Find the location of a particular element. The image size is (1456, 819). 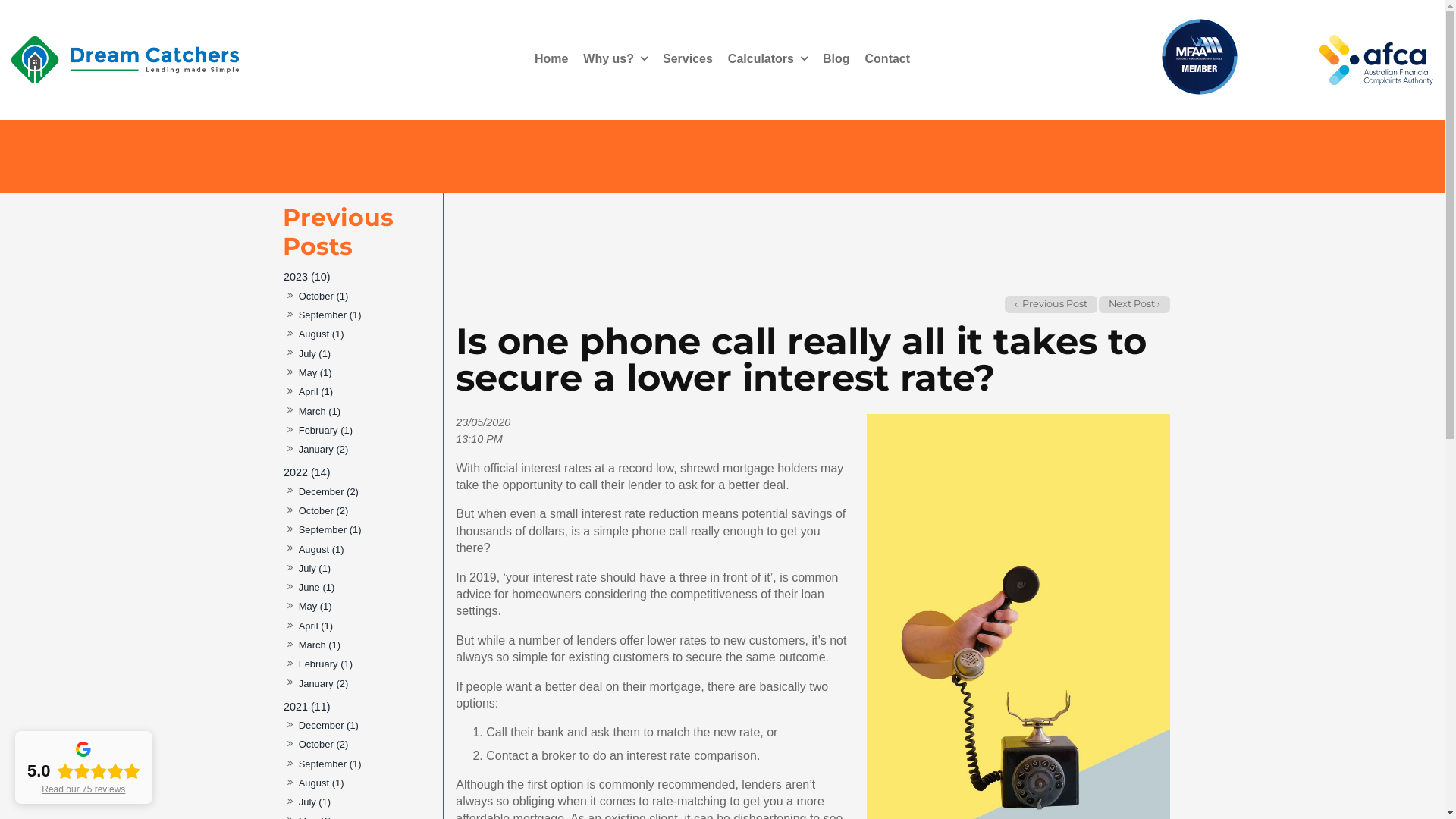

'February (1)' is located at coordinates (324, 664).